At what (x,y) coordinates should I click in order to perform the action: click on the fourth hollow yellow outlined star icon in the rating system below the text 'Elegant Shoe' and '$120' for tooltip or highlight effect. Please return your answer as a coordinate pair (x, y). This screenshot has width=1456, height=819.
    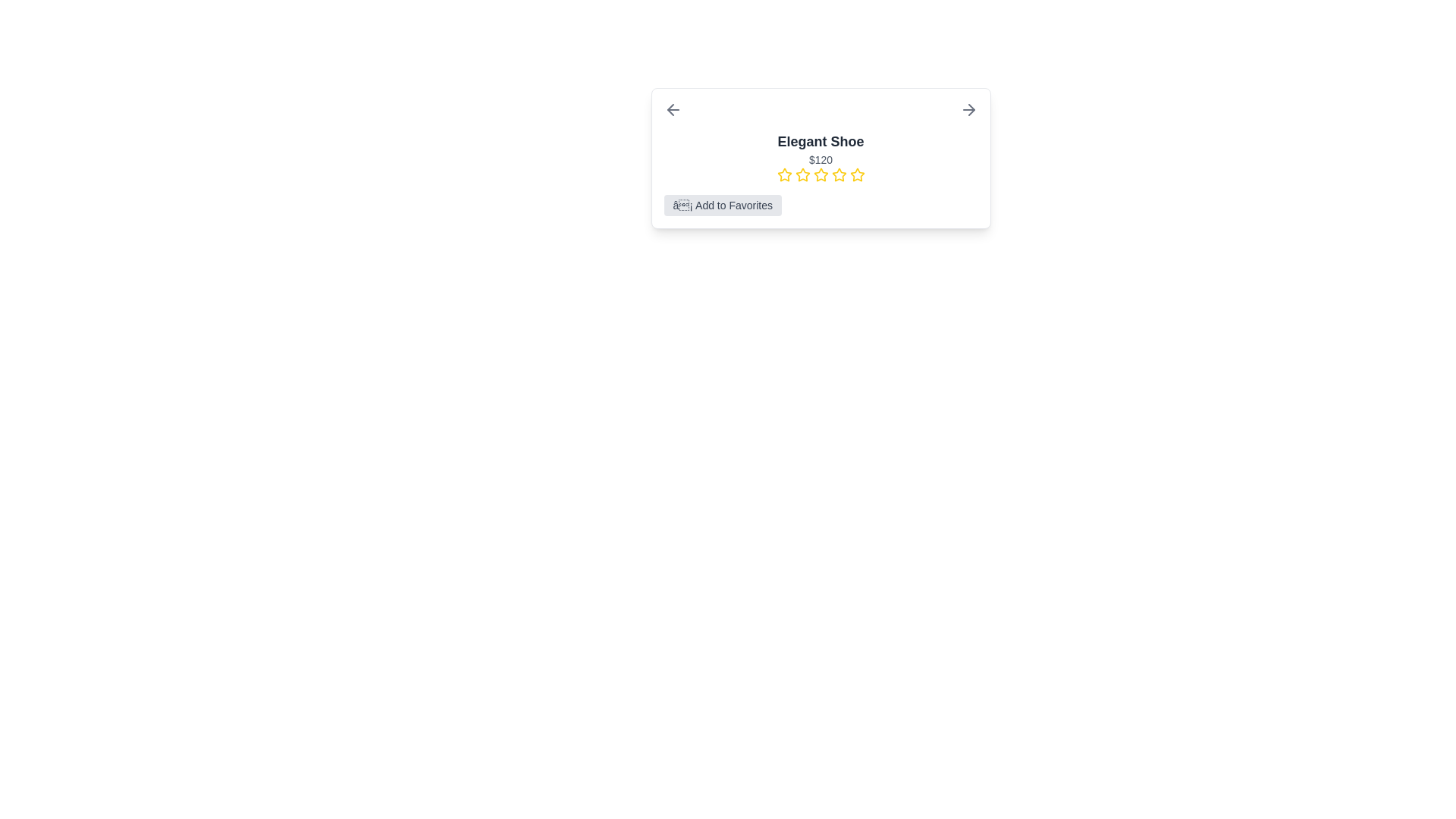
    Looking at the image, I should click on (820, 174).